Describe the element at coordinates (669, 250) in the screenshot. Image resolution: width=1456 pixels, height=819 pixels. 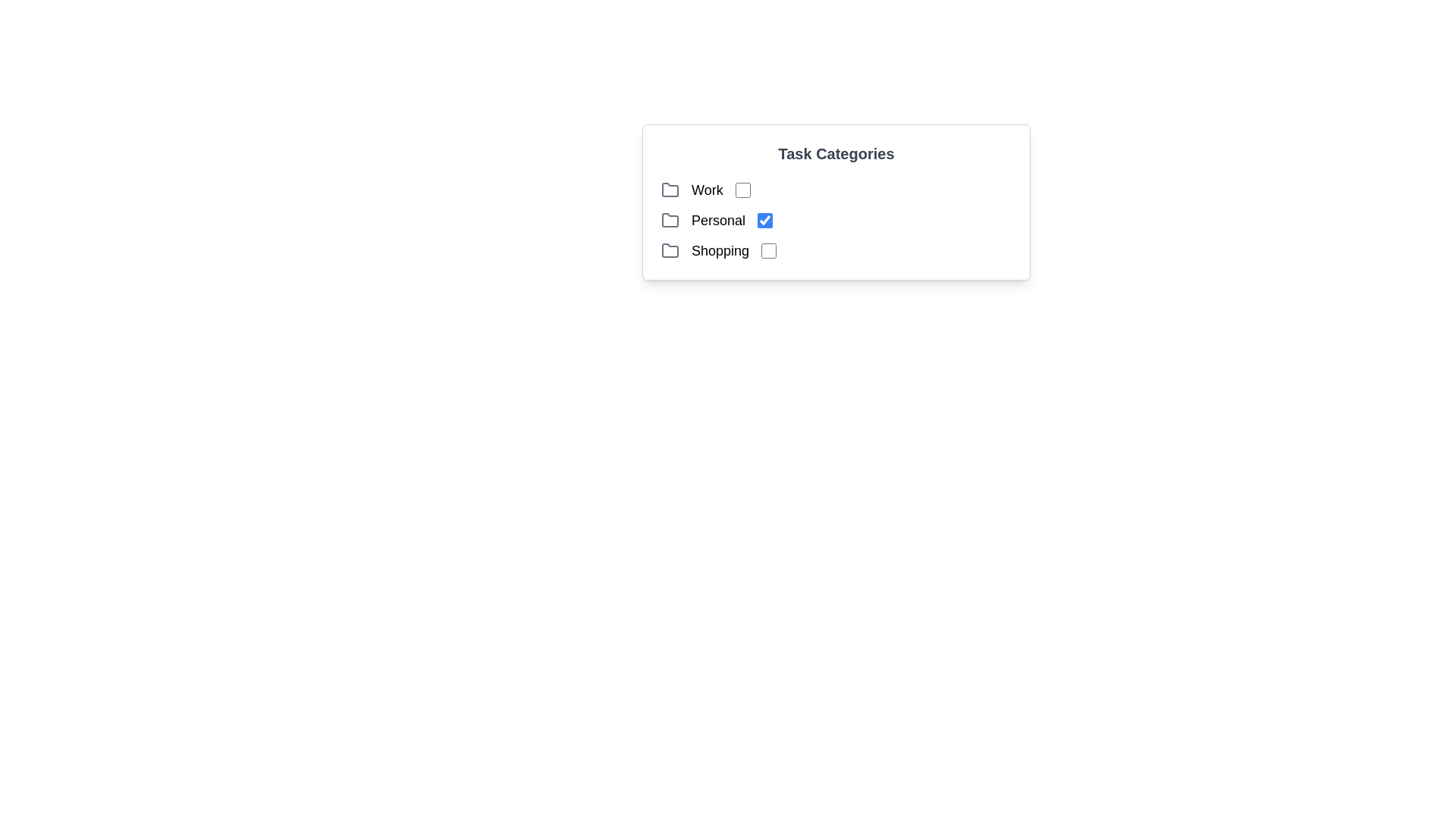
I see `the small gray folder icon with rounded edges, which is positioned near the 'Shopping' text label` at that location.